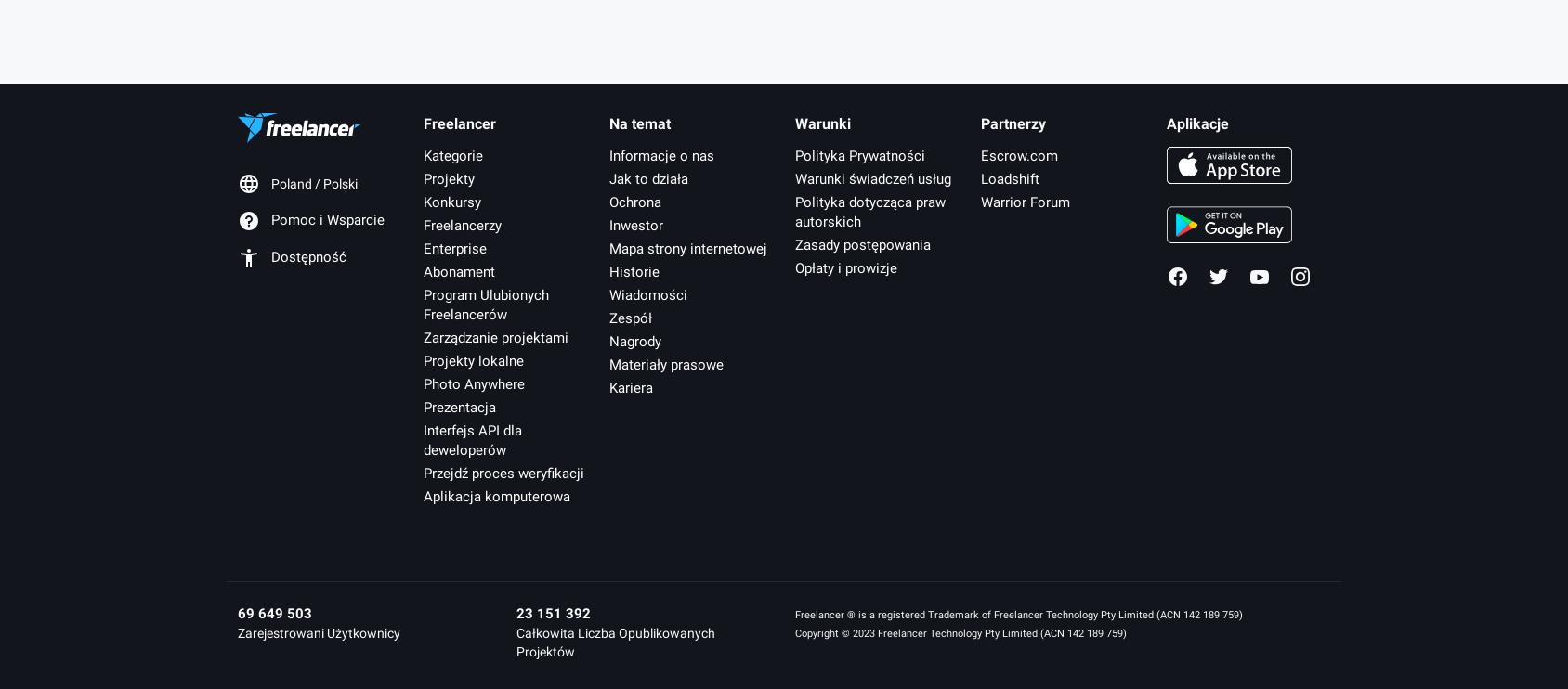 This screenshot has height=689, width=1568. What do you see at coordinates (647, 293) in the screenshot?
I see `'Wiadomości'` at bounding box center [647, 293].